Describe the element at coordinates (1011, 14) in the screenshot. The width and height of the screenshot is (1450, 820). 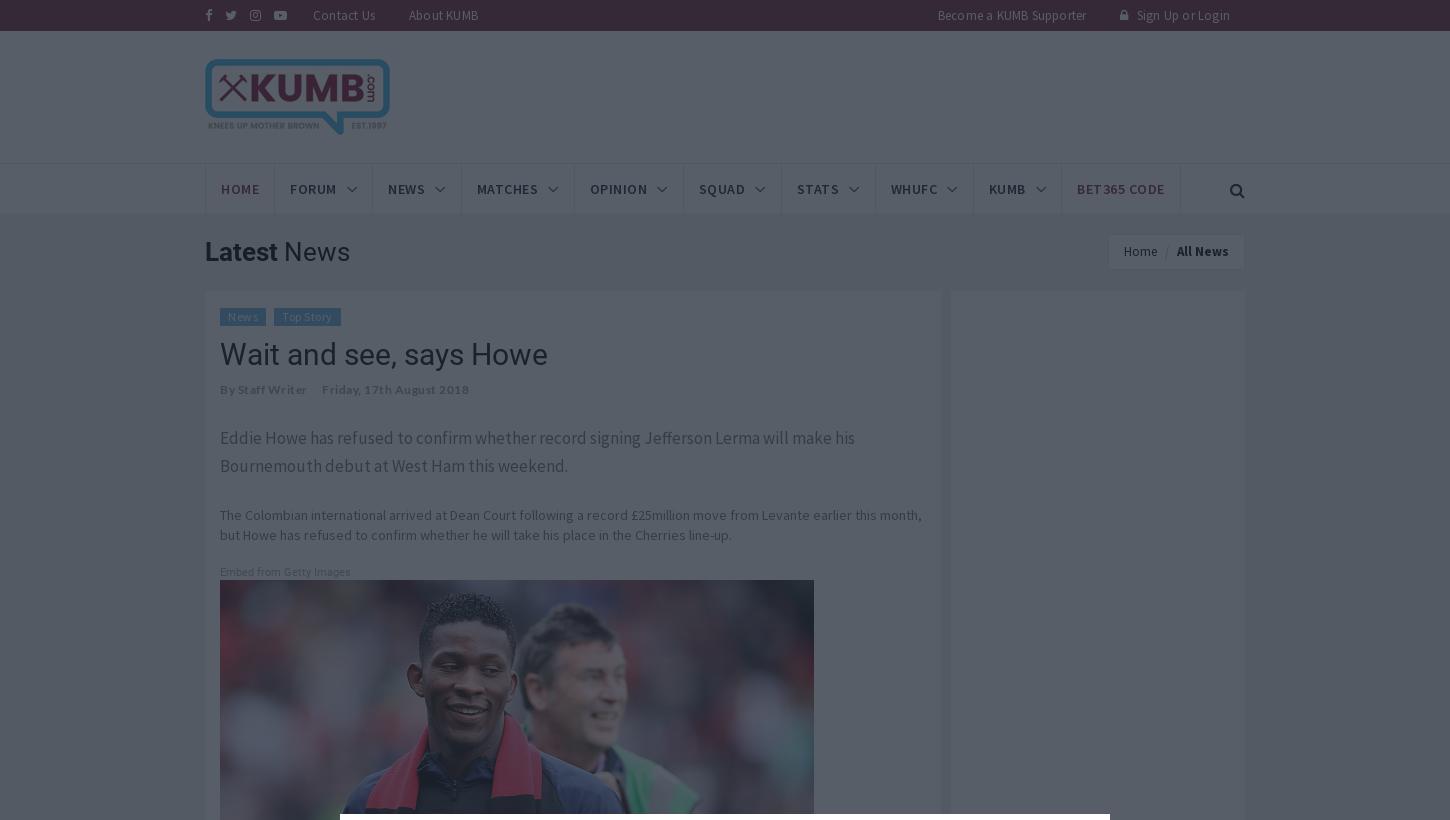
I see `'Become a KUMB Supporter'` at that location.